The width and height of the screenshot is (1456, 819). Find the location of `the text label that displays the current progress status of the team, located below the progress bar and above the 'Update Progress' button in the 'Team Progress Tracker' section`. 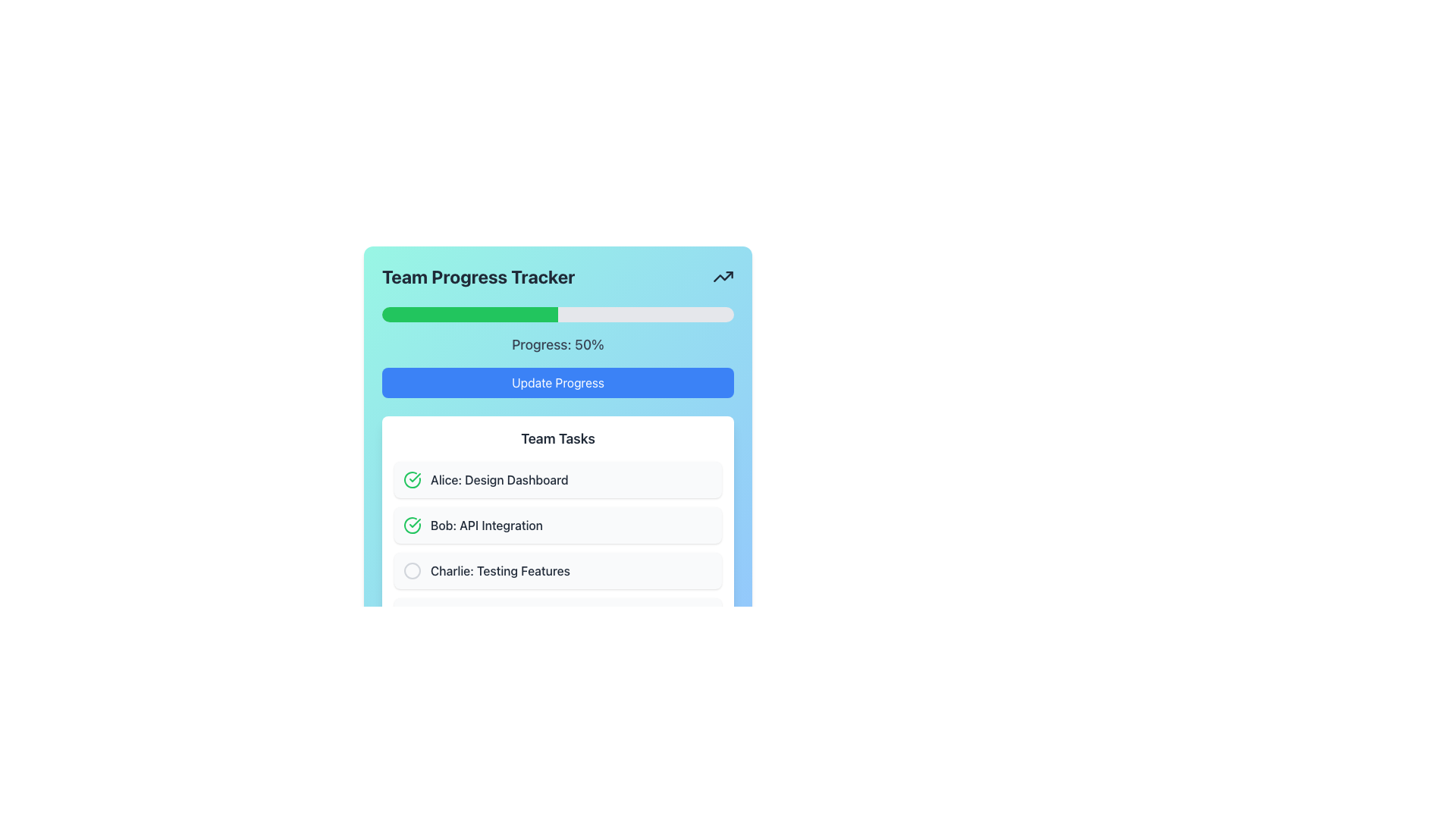

the text label that displays the current progress status of the team, located below the progress bar and above the 'Update Progress' button in the 'Team Progress Tracker' section is located at coordinates (557, 345).